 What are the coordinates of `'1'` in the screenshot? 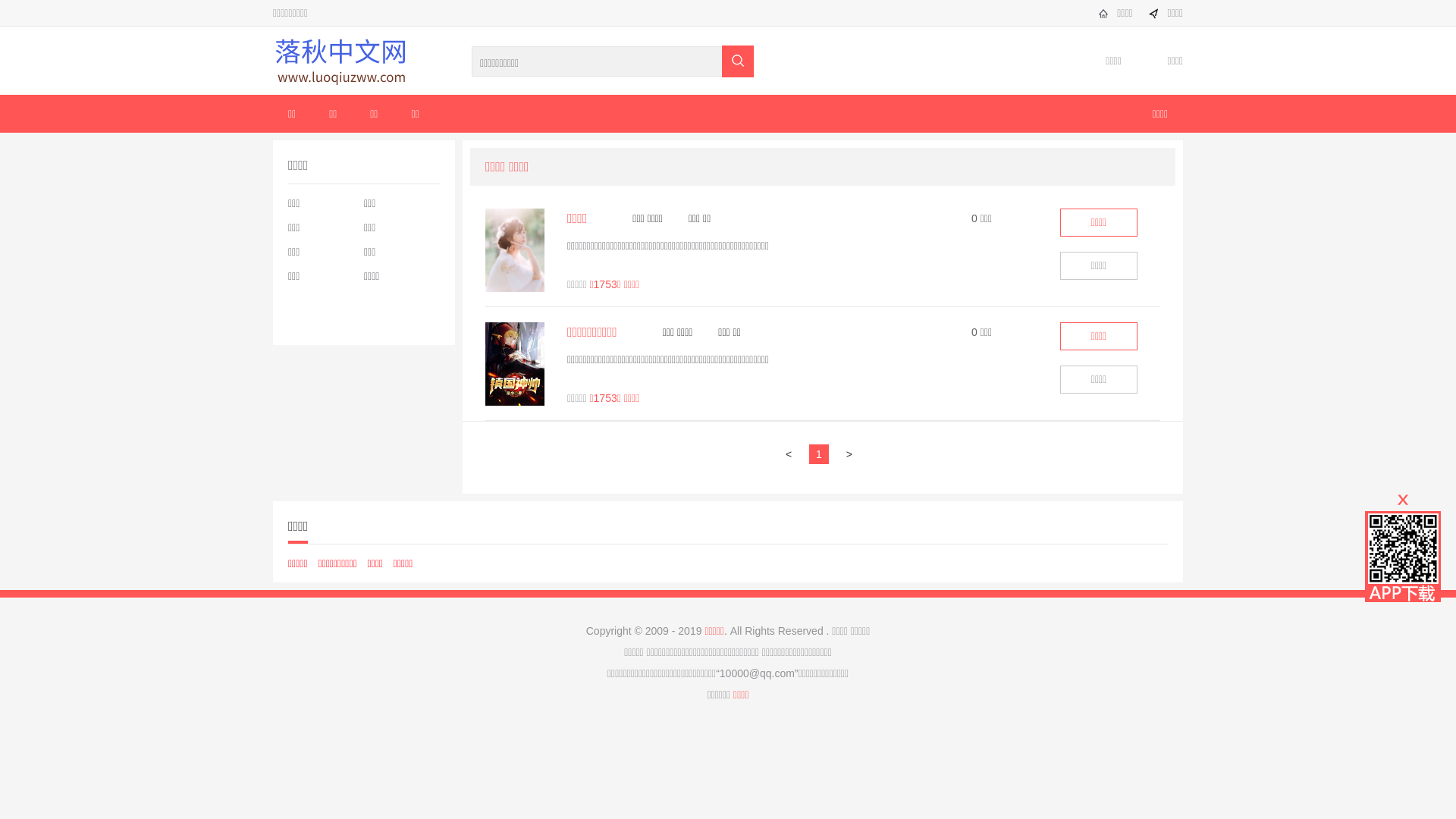 It's located at (823, 453).